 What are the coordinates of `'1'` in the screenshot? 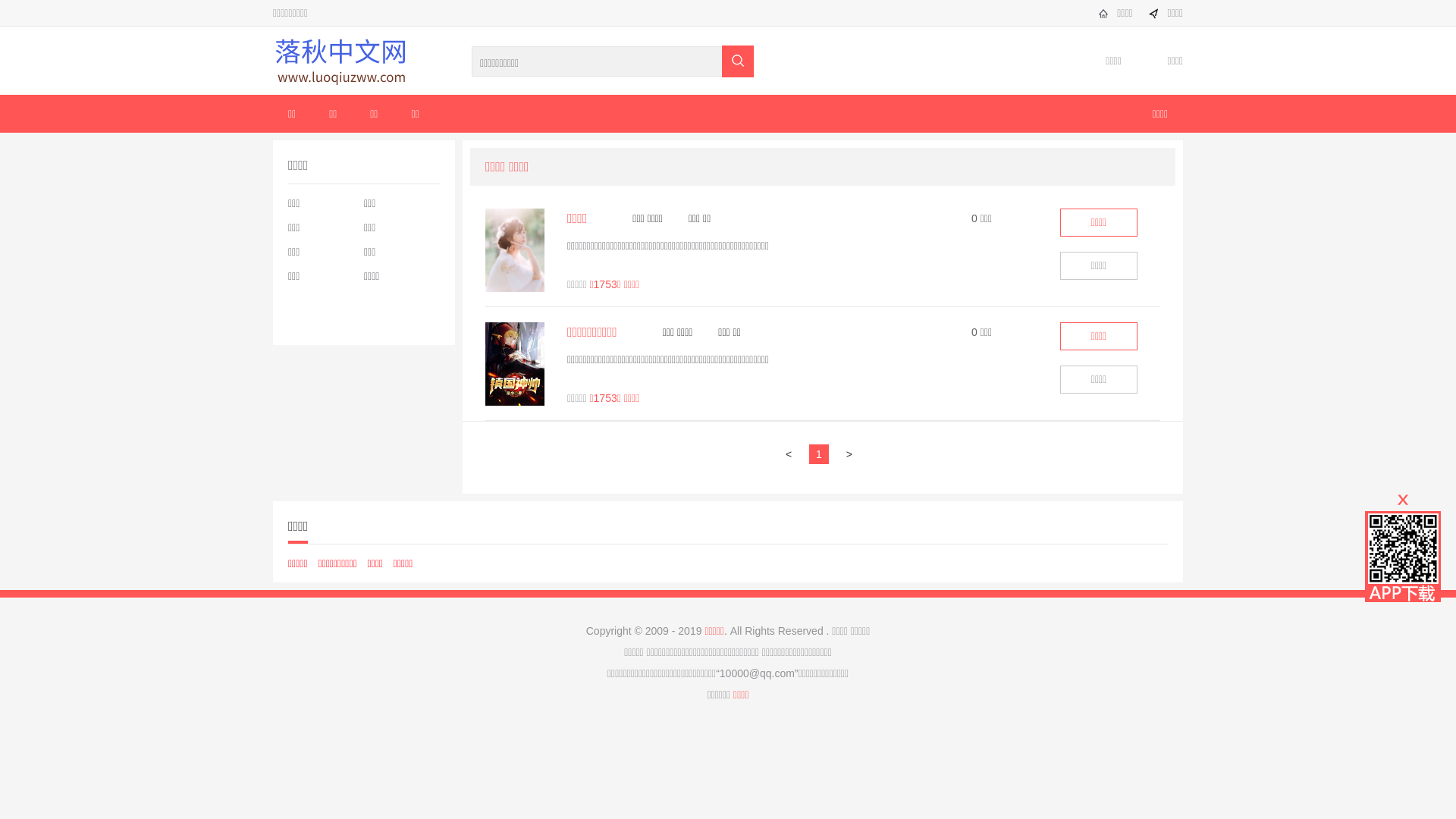 It's located at (823, 453).